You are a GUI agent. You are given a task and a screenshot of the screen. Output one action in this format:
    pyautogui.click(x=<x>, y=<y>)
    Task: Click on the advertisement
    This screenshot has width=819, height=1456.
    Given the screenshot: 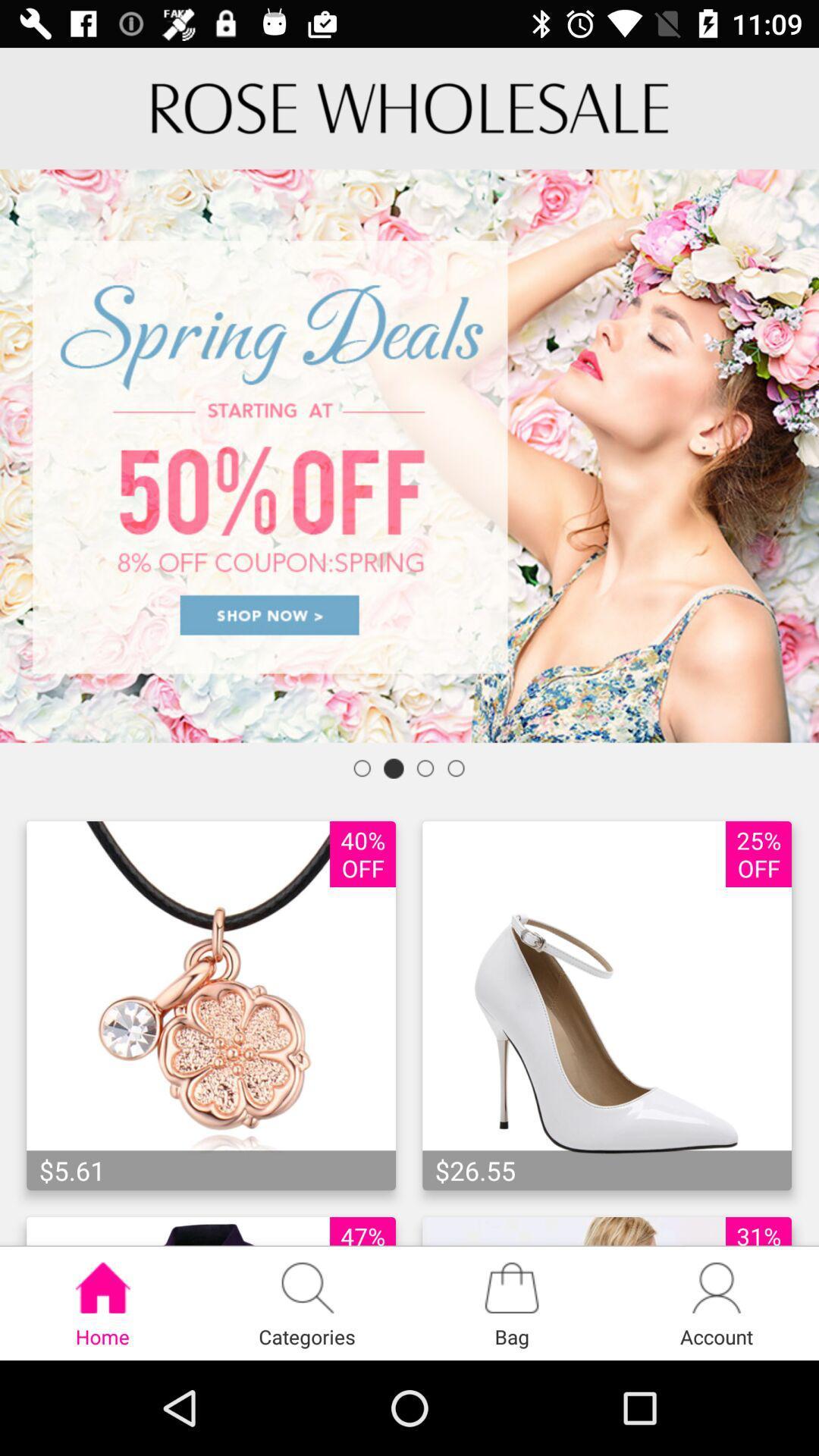 What is the action you would take?
    pyautogui.click(x=409, y=455)
    